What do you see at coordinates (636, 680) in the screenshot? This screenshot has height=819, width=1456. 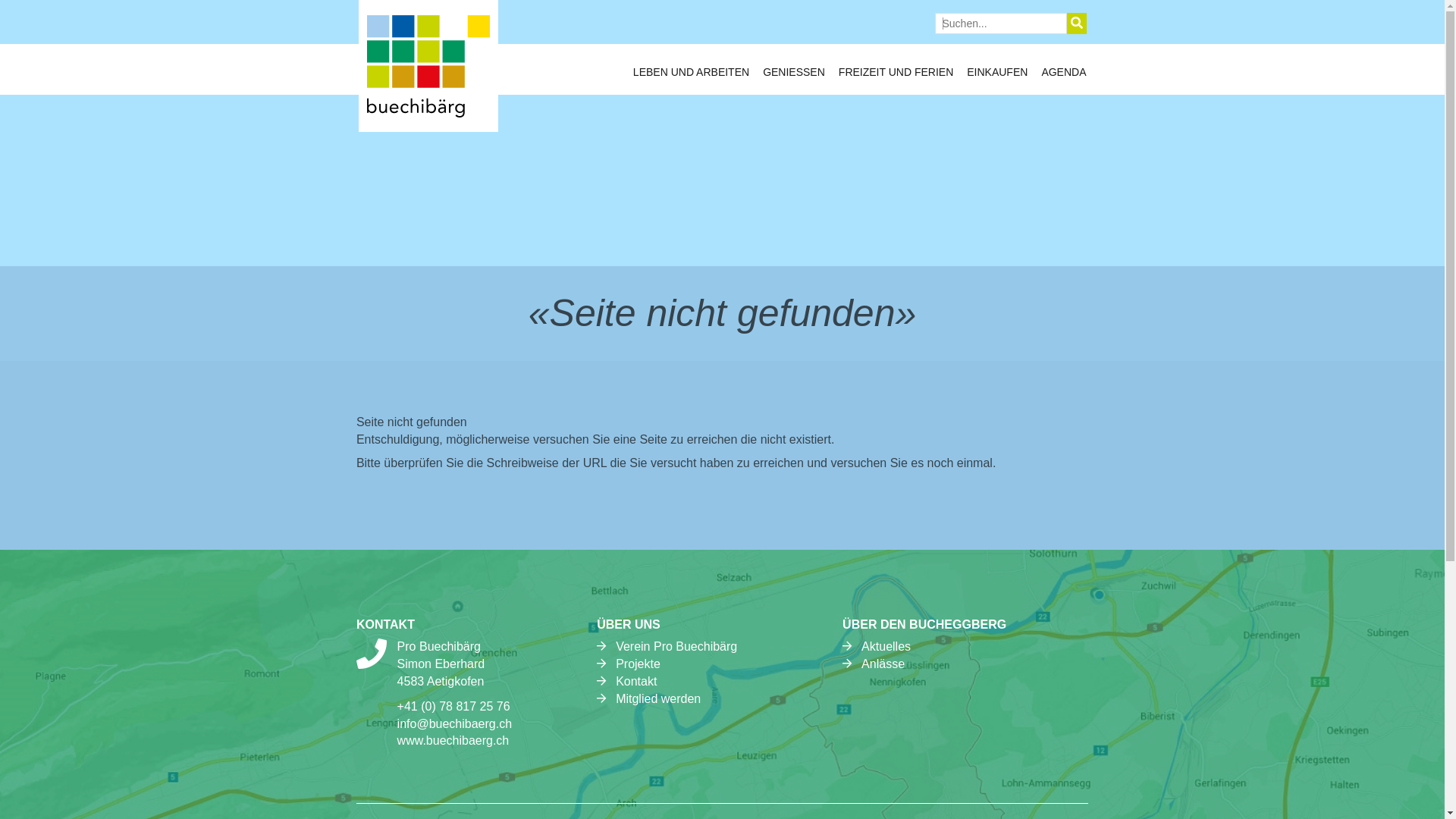 I see `'Kontakt'` at bounding box center [636, 680].